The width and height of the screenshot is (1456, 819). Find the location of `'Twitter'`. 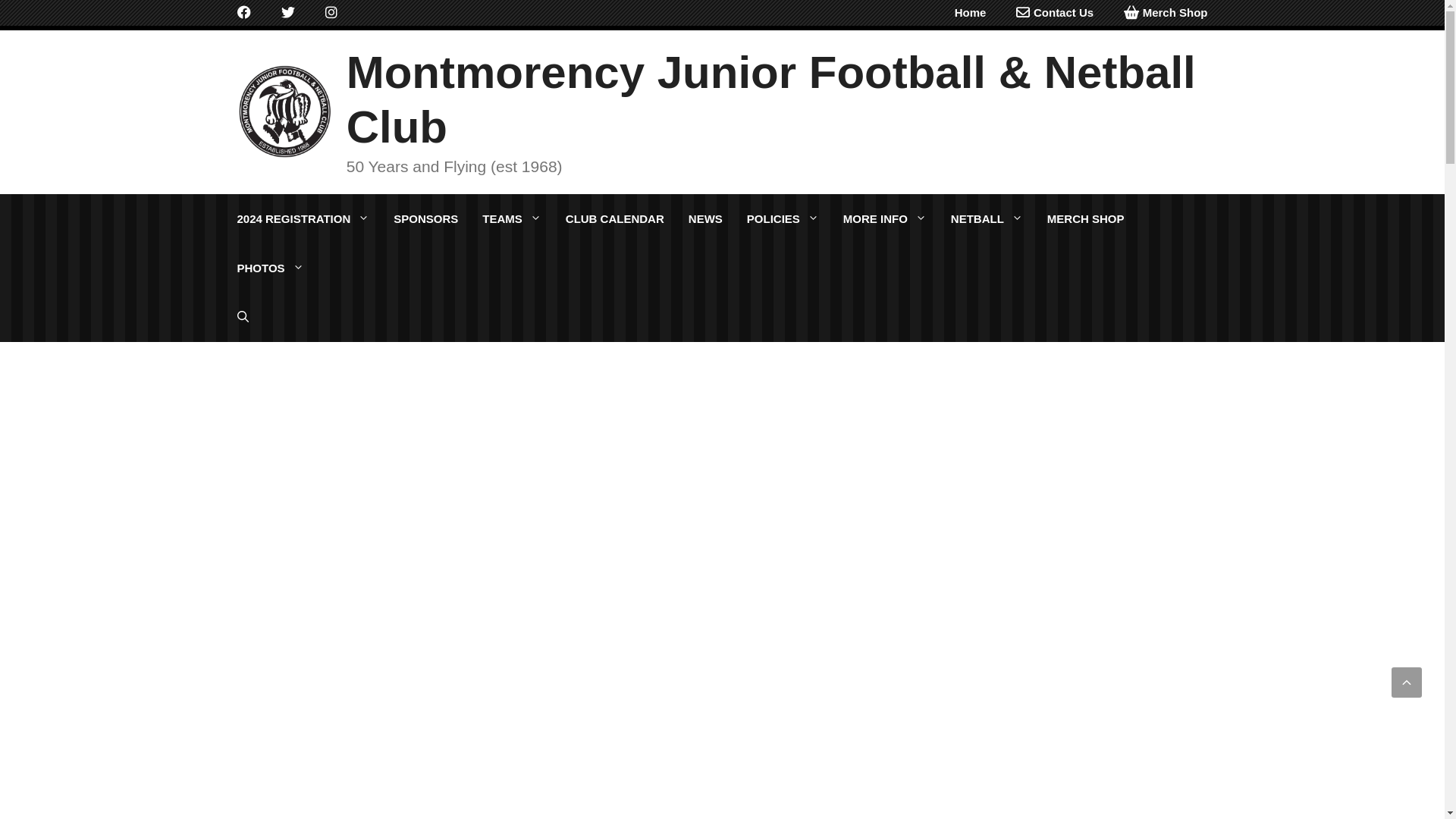

'Twitter' is located at coordinates (287, 12).